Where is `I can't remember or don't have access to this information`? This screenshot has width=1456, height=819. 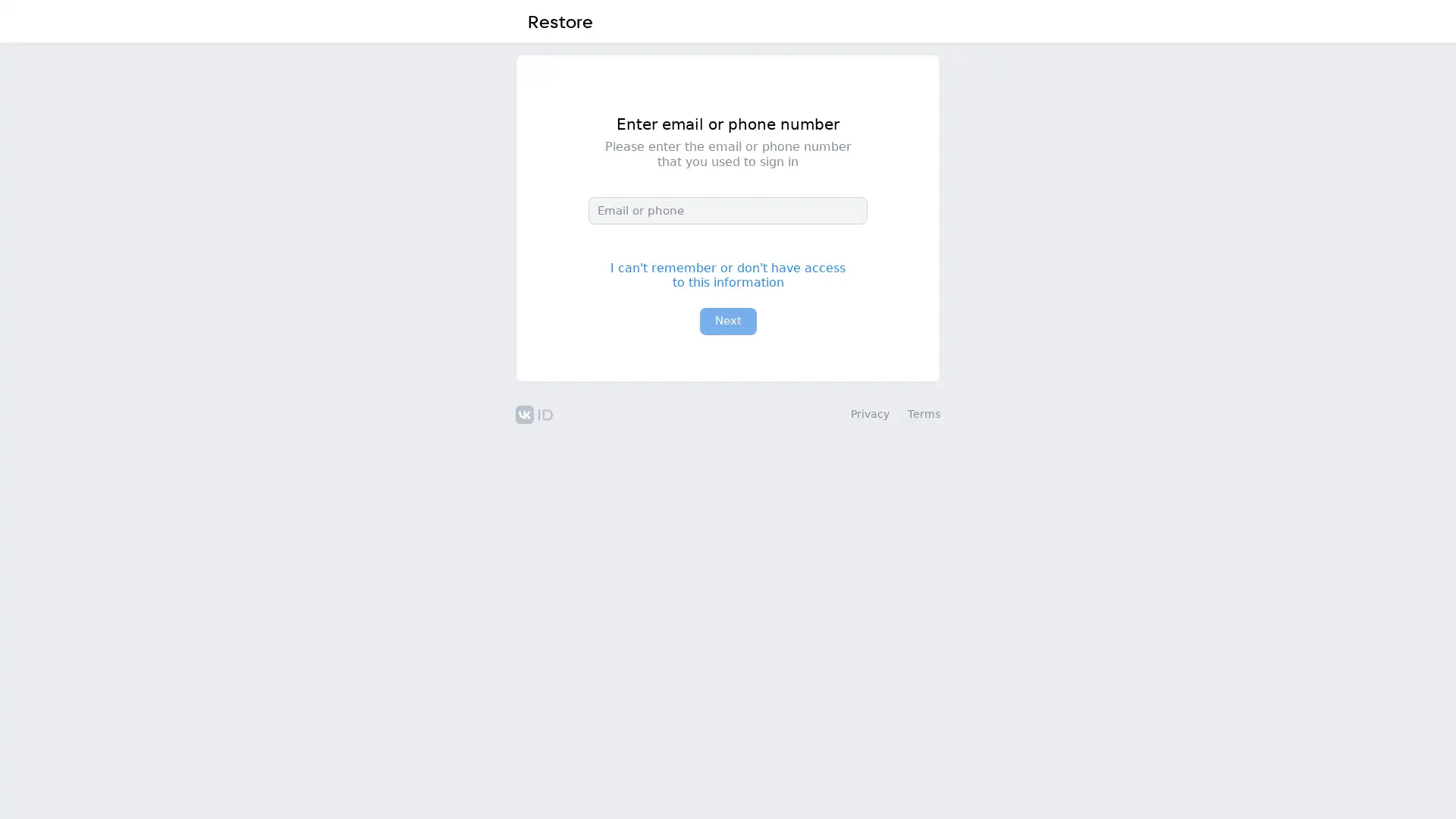 I can't remember or don't have access to this information is located at coordinates (728, 275).